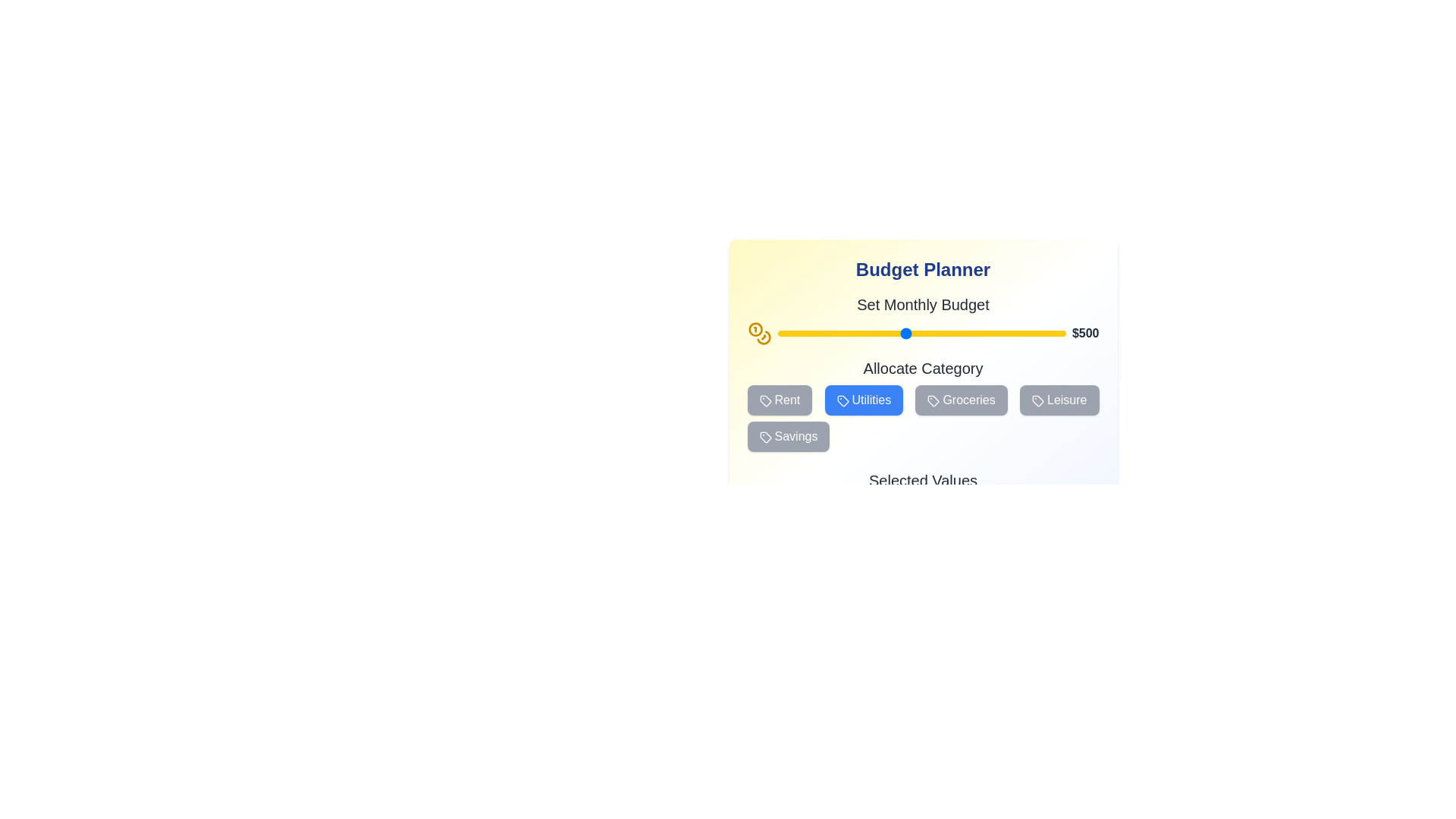 Image resolution: width=1456 pixels, height=819 pixels. Describe the element at coordinates (999, 332) in the screenshot. I see `the budget slider` at that location.